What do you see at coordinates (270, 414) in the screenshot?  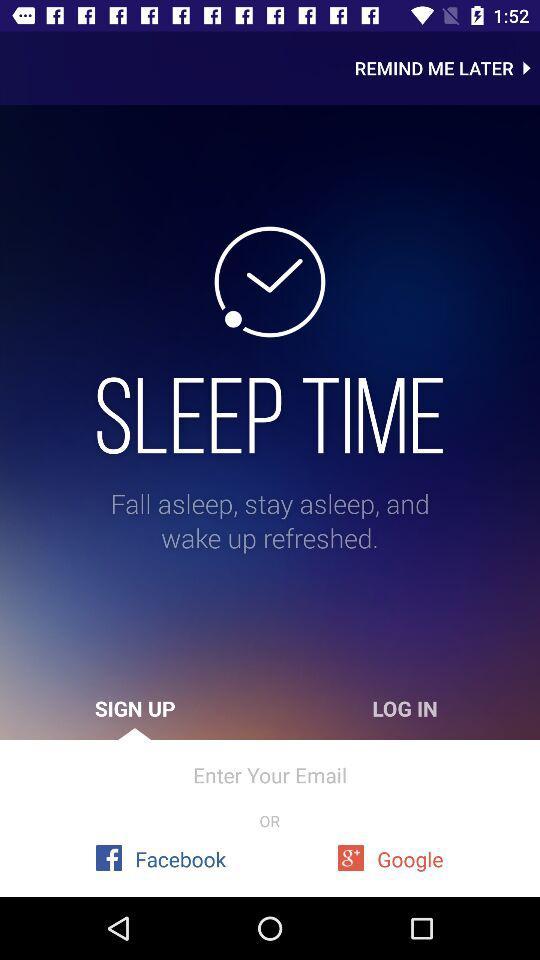 I see `item above fall asleep stay` at bounding box center [270, 414].